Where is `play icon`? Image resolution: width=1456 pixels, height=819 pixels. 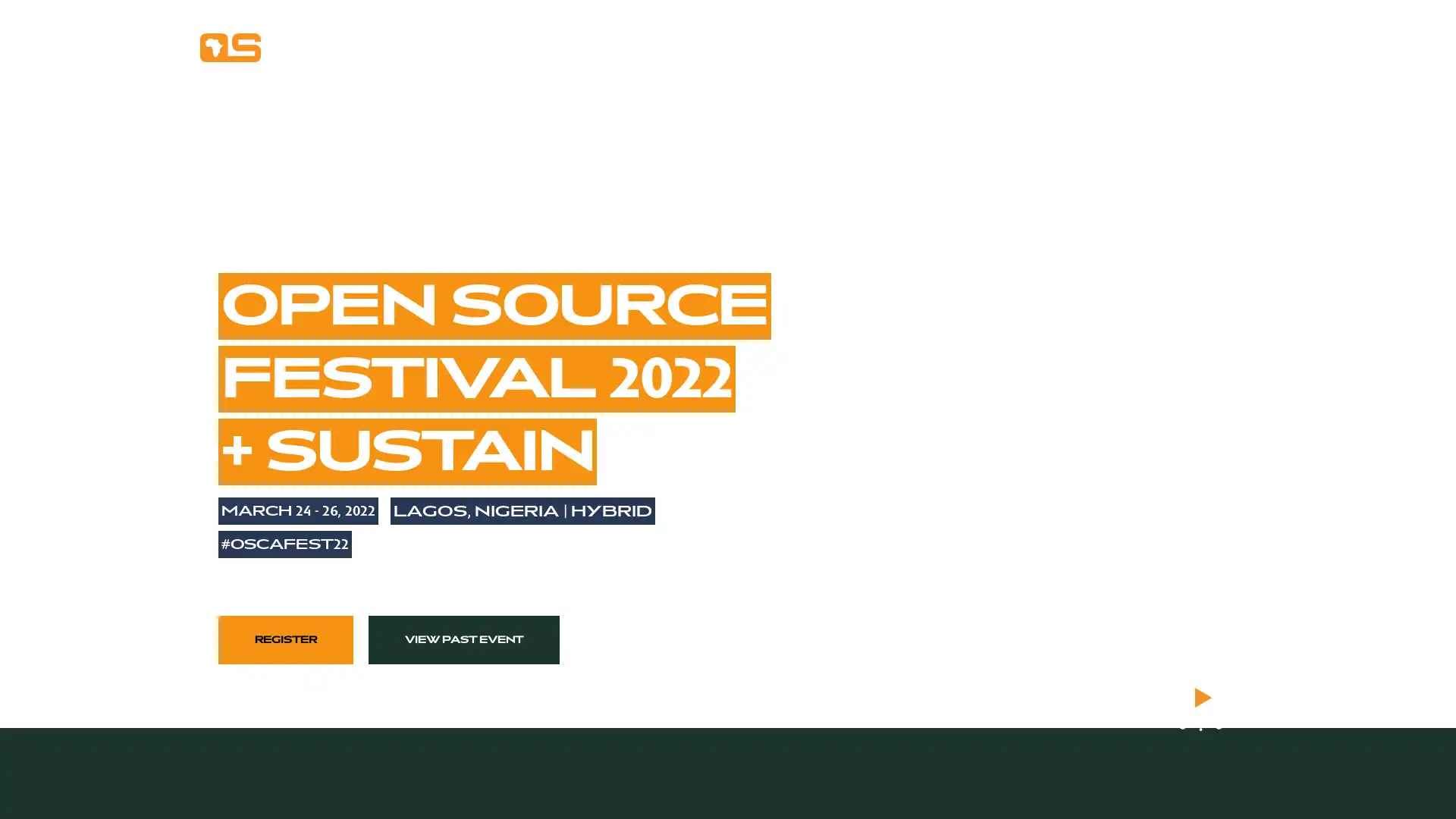
play icon is located at coordinates (1200, 698).